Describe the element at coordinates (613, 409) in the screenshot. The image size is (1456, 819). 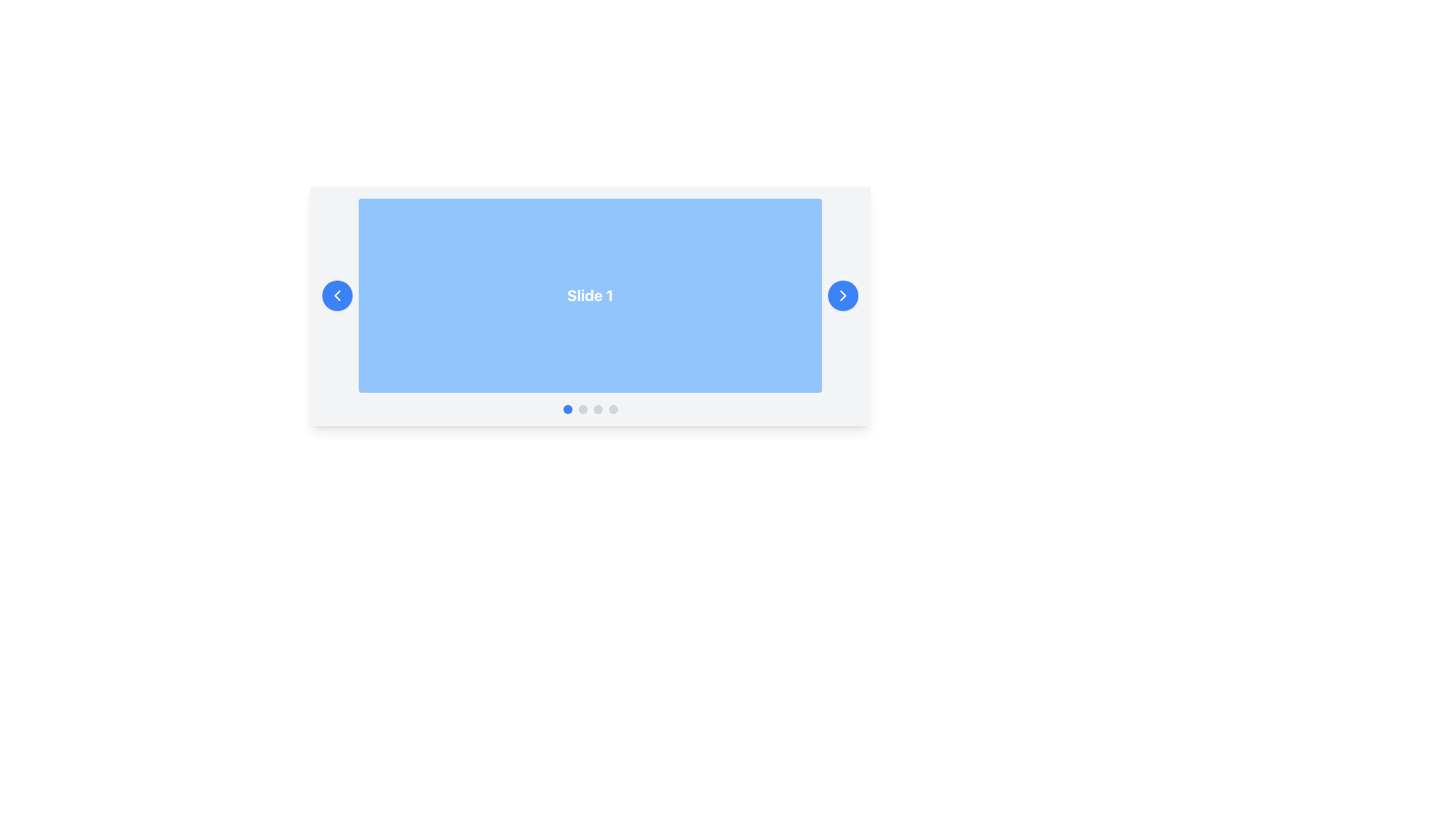
I see `the fourth circular indicator in the carousel component` at that location.